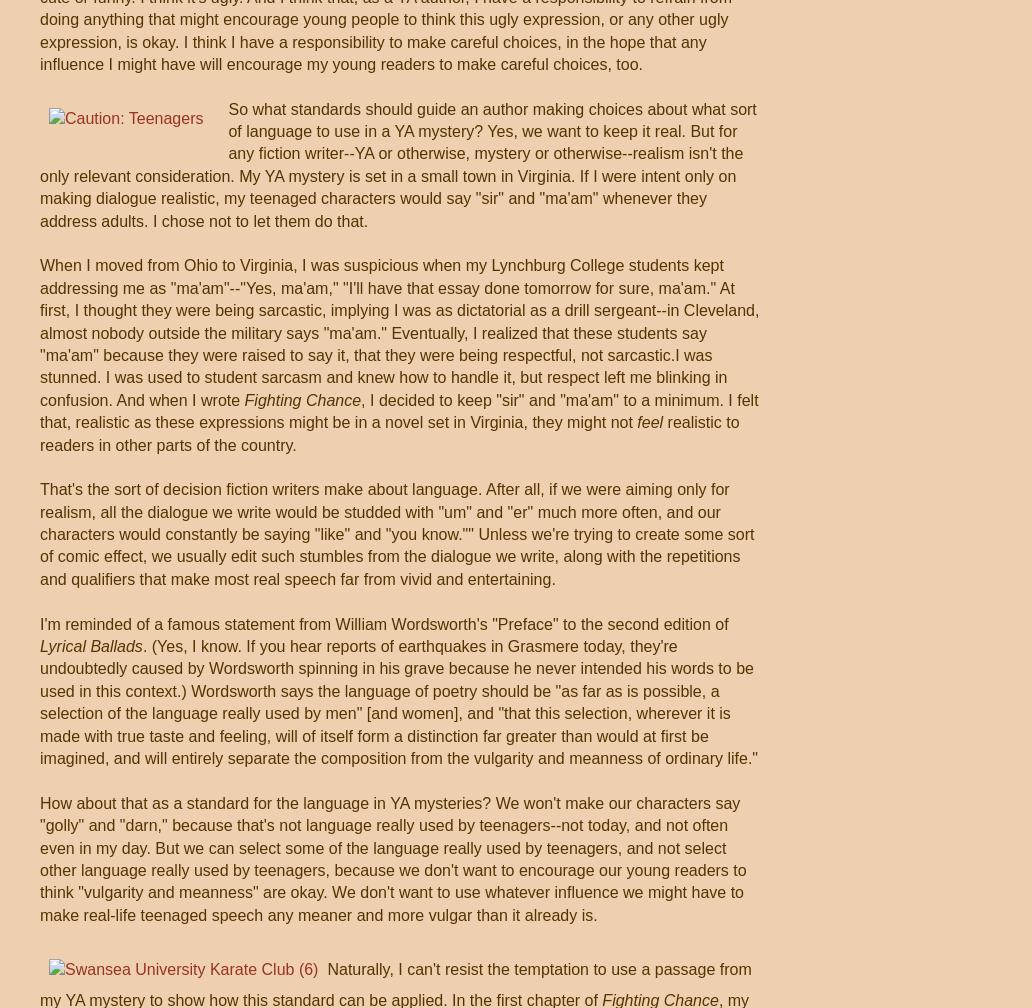 The height and width of the screenshot is (1008, 1032). I want to click on 'Fighting Chance', so click(302, 399).